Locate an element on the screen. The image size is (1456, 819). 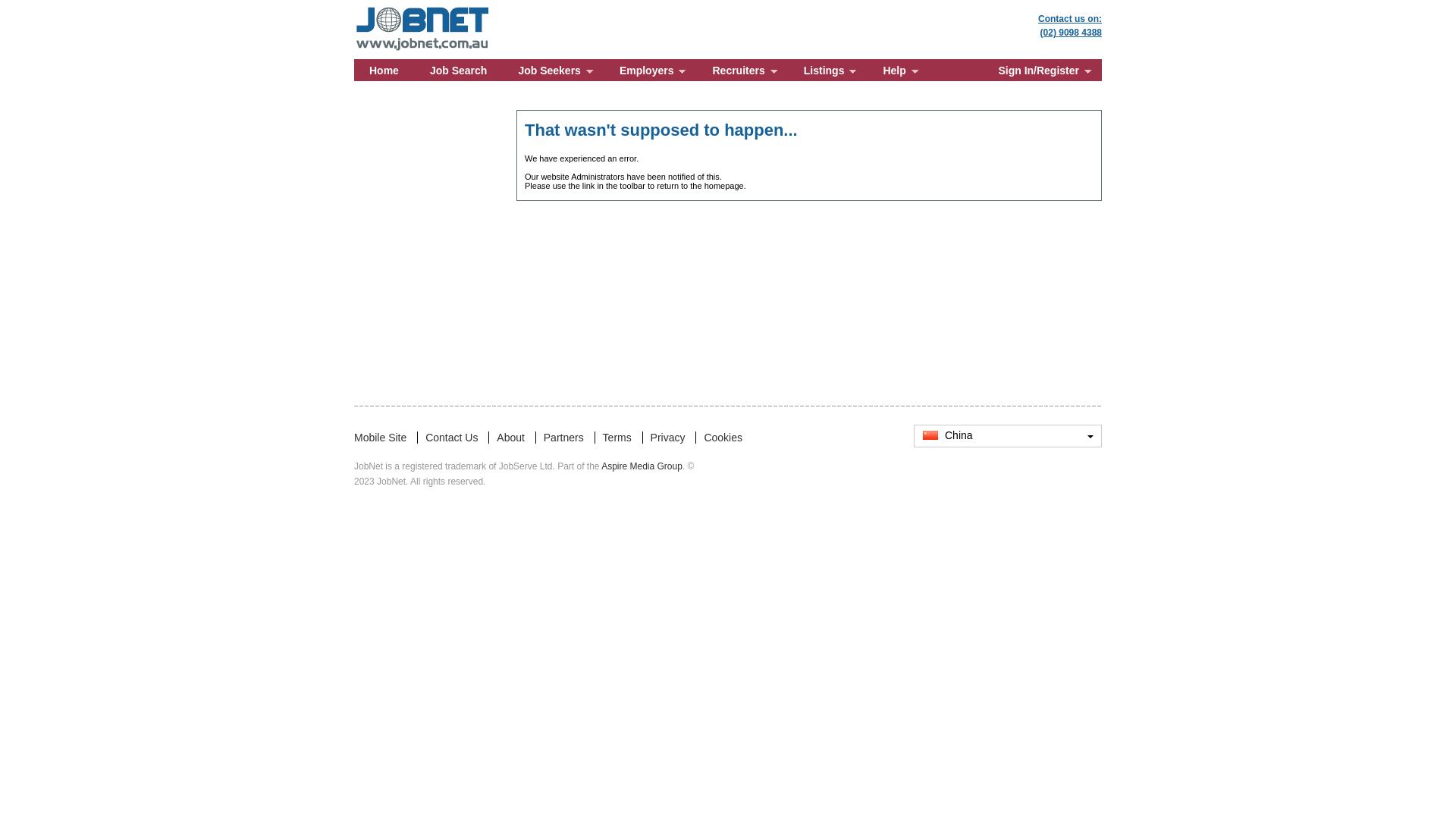
'Cookies' is located at coordinates (702, 438).